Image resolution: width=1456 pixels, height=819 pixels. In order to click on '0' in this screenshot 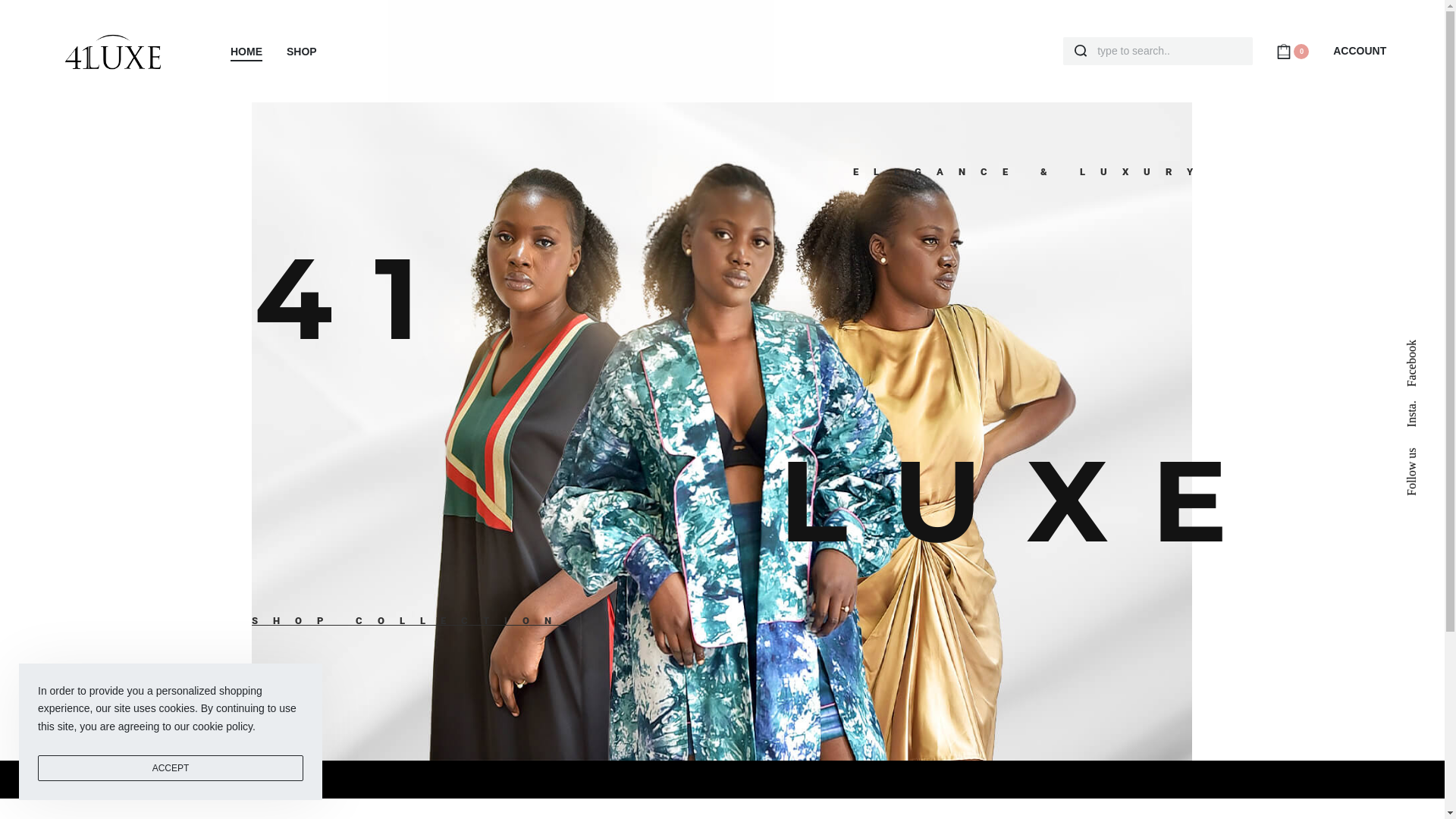, I will do `click(1291, 49)`.